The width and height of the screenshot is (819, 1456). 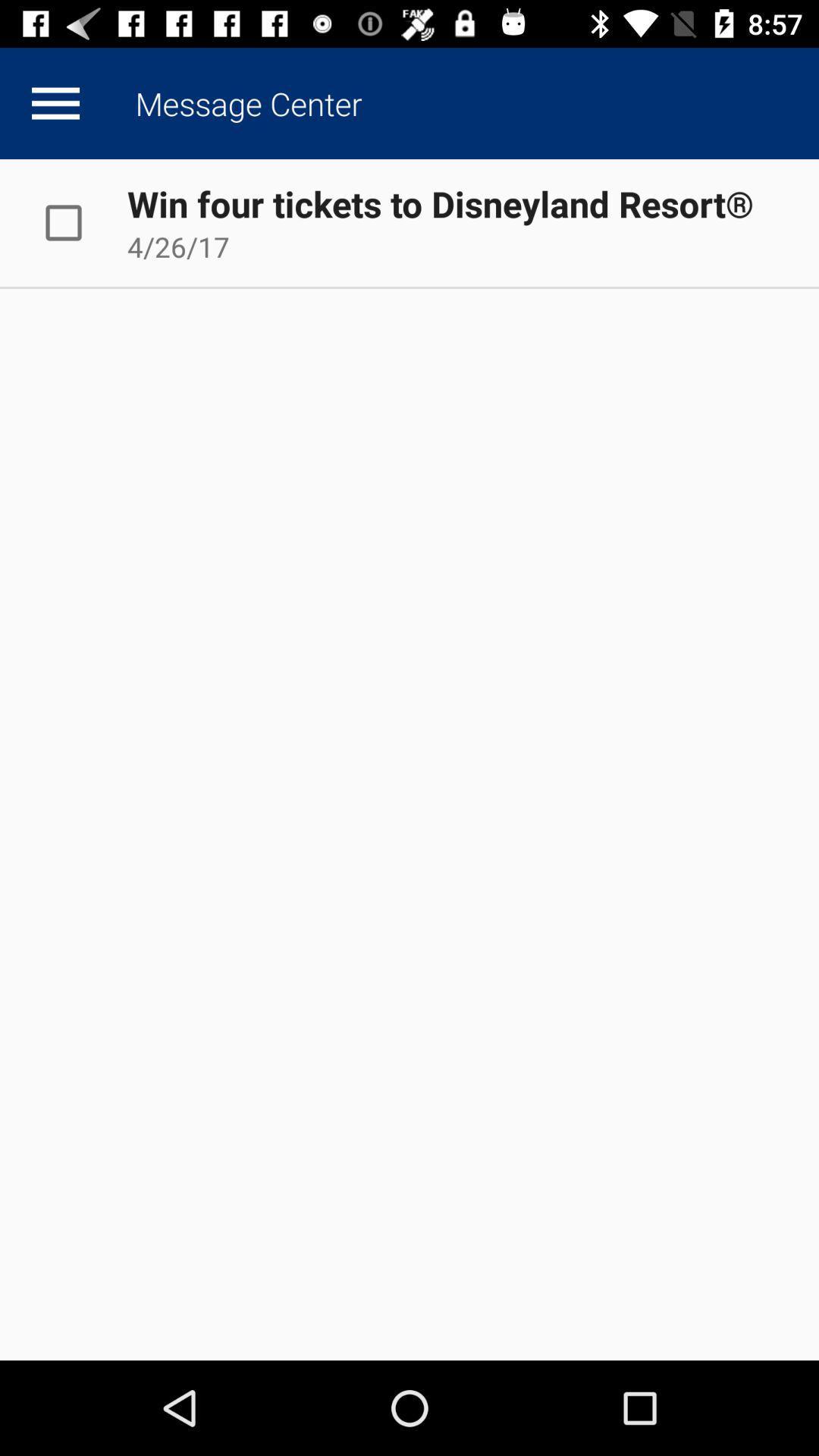 What do you see at coordinates (55, 102) in the screenshot?
I see `icon to the left of message center icon` at bounding box center [55, 102].